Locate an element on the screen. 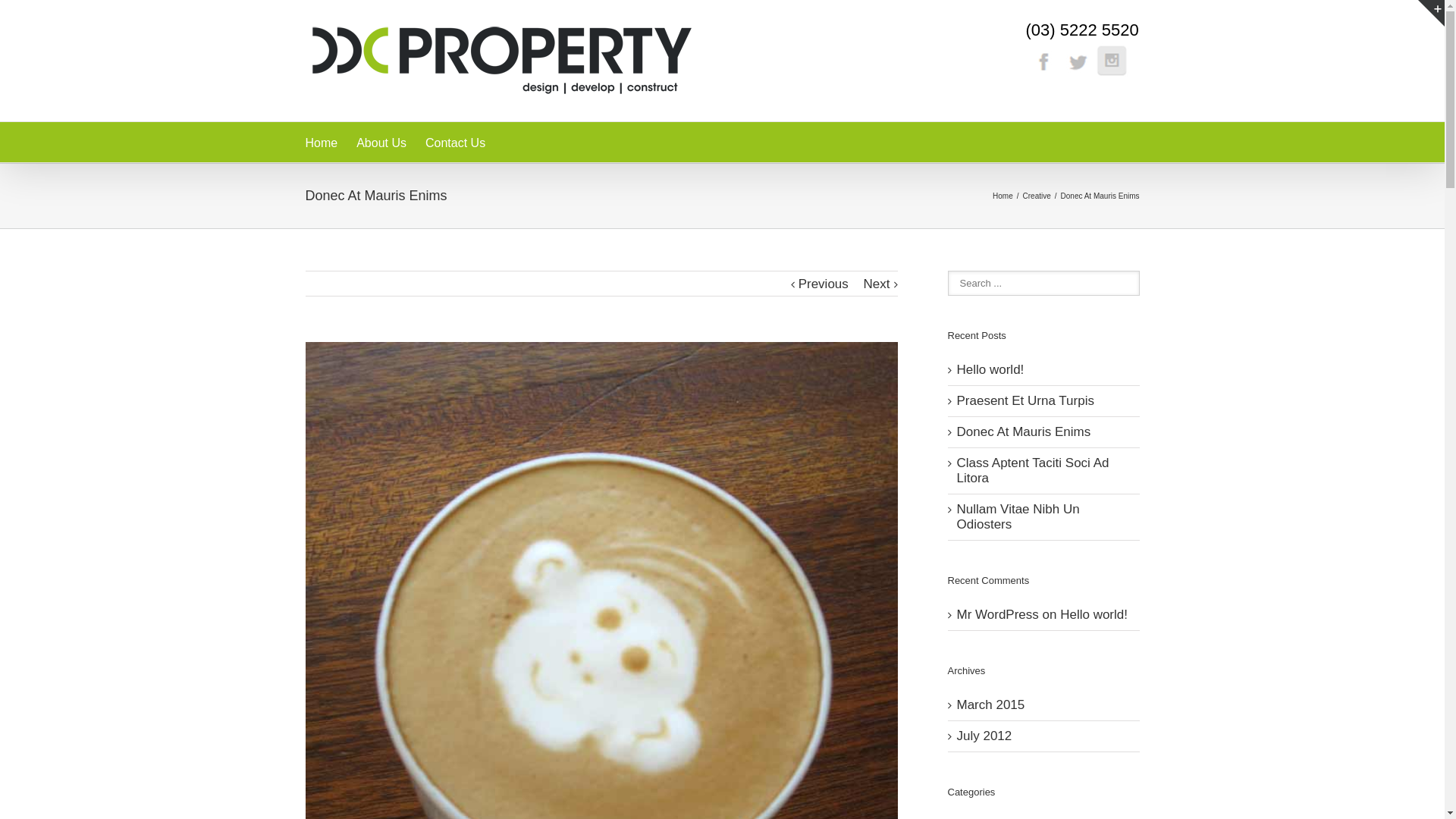  'Next' is located at coordinates (877, 284).